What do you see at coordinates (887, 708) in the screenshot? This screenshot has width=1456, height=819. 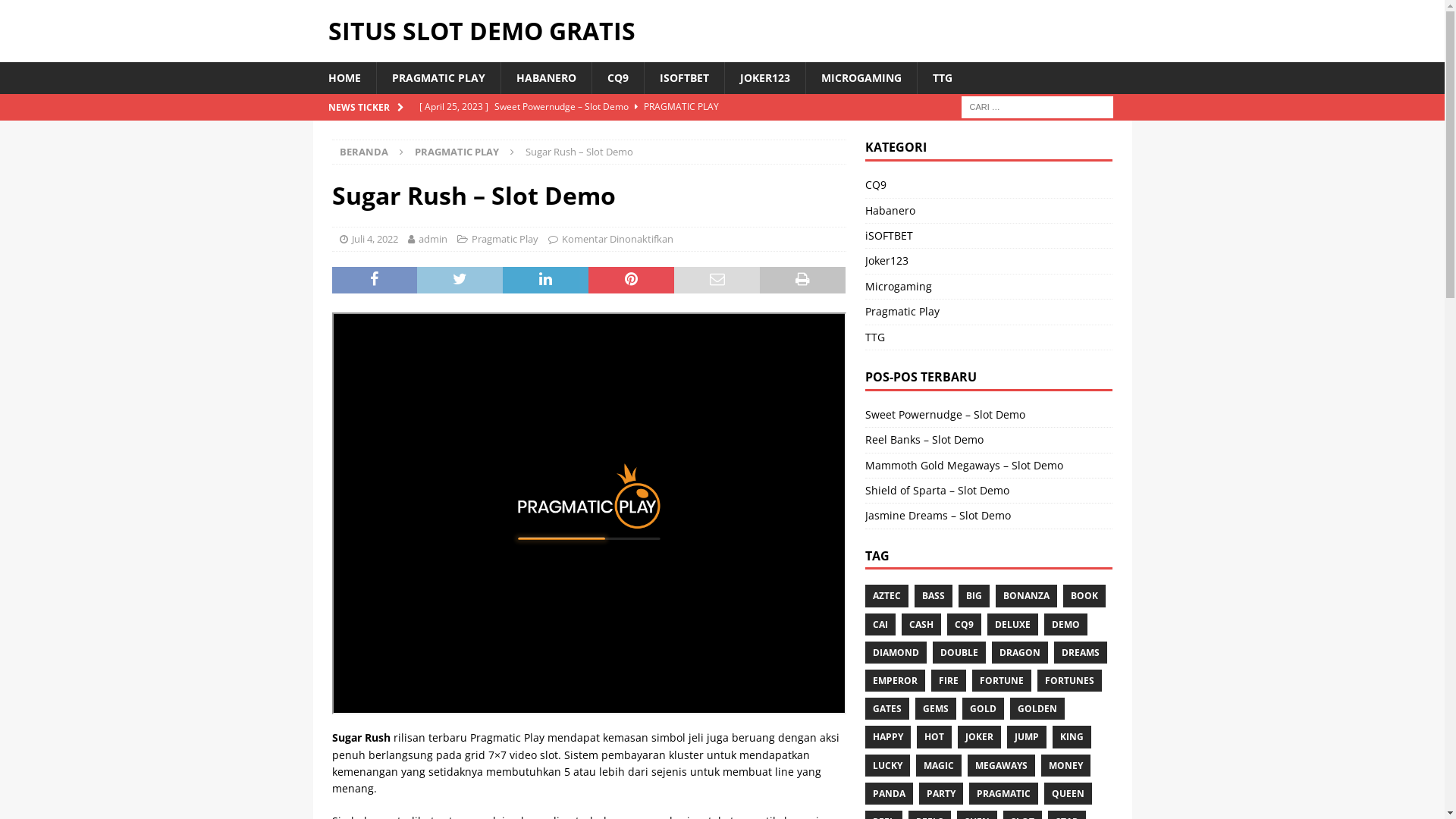 I see `'GATES'` at bounding box center [887, 708].